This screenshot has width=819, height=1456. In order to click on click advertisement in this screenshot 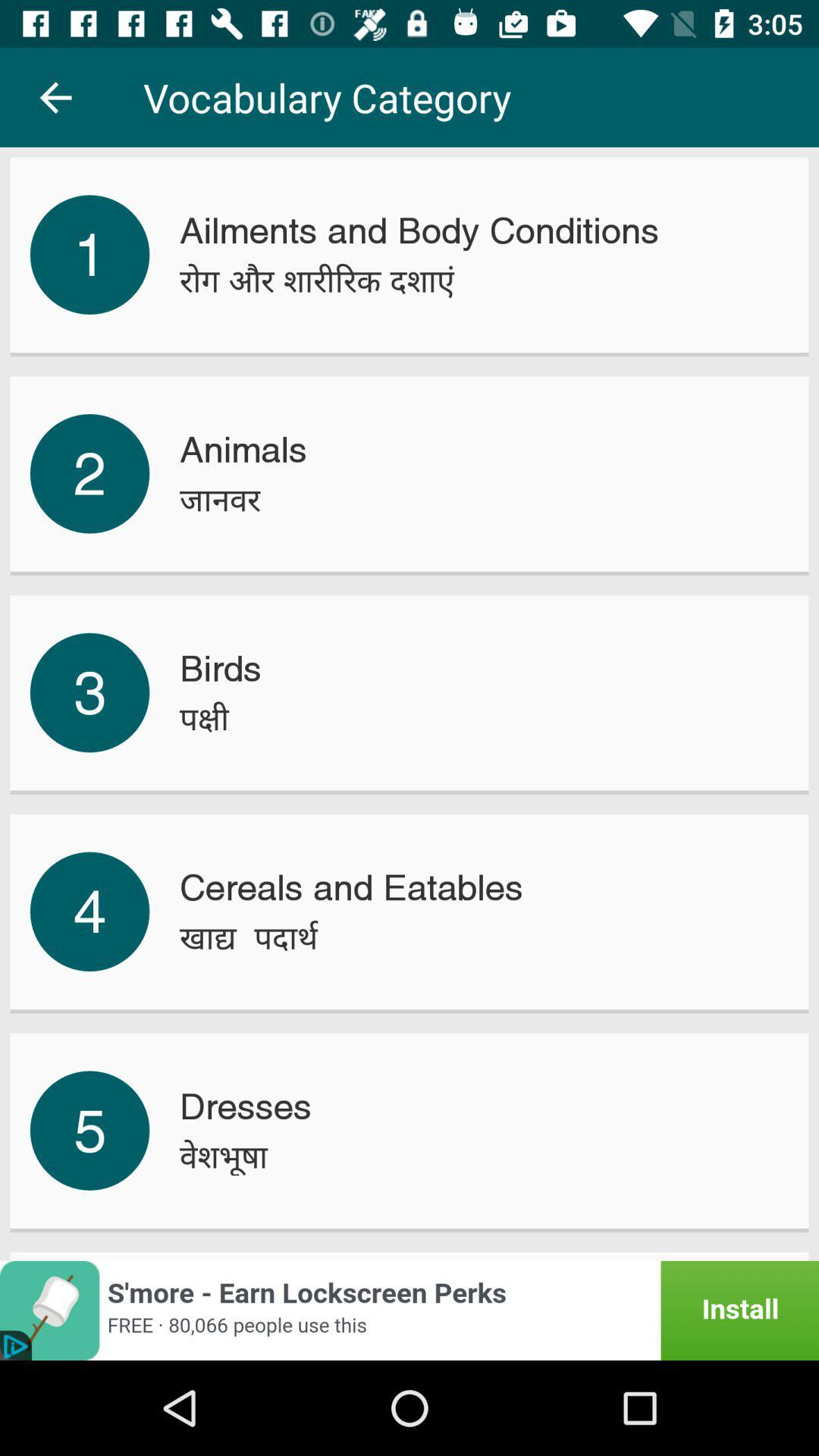, I will do `click(409, 1310)`.